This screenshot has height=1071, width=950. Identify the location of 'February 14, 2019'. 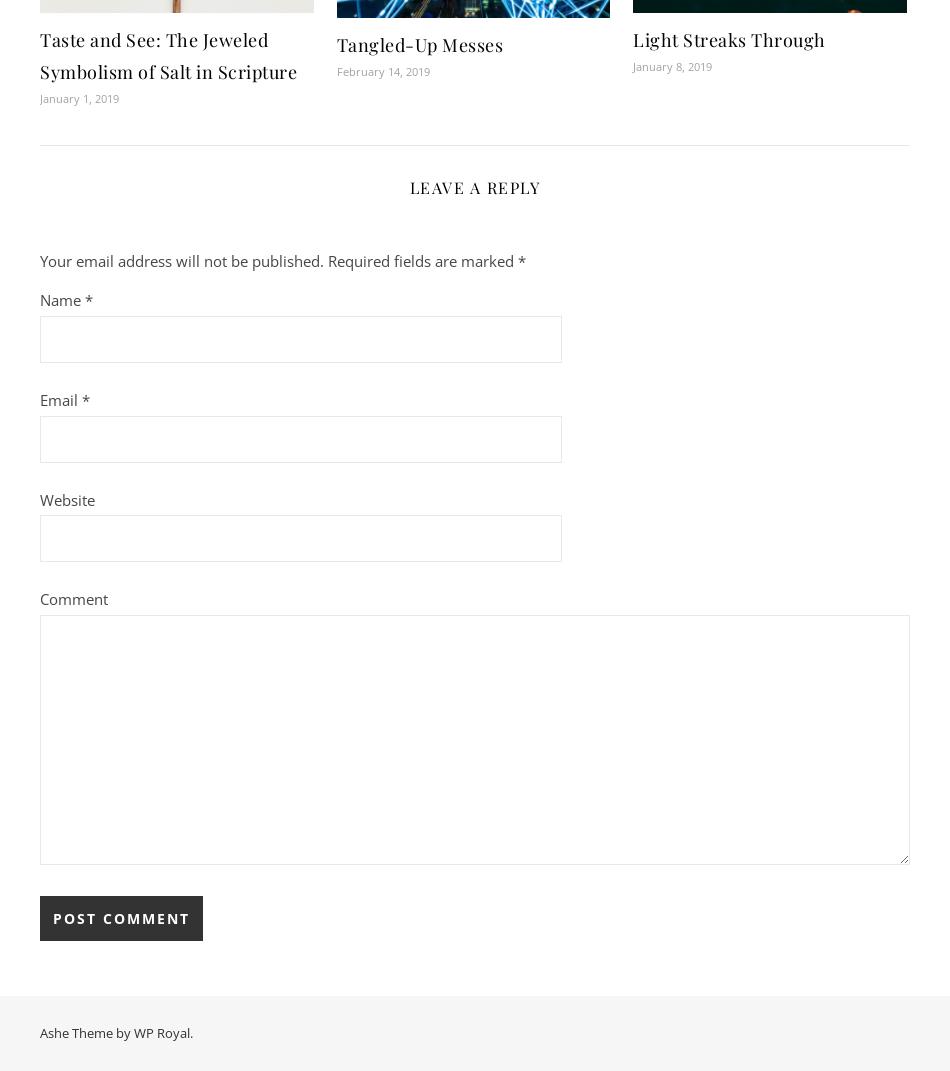
(335, 69).